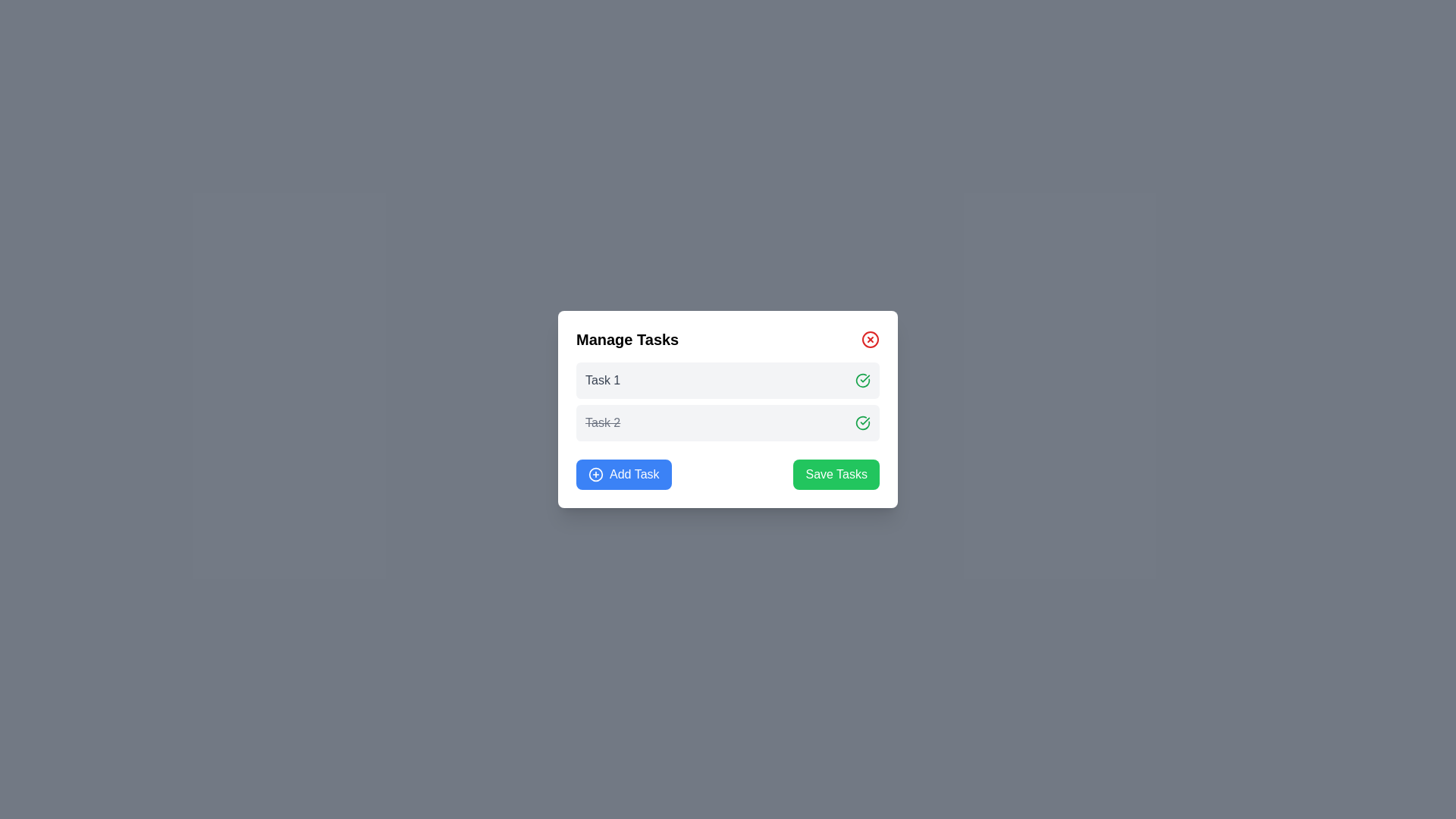 This screenshot has height=819, width=1456. Describe the element at coordinates (728, 409) in the screenshot. I see `a task in the 'Manage Tasks' modal dialog to mark it as done` at that location.